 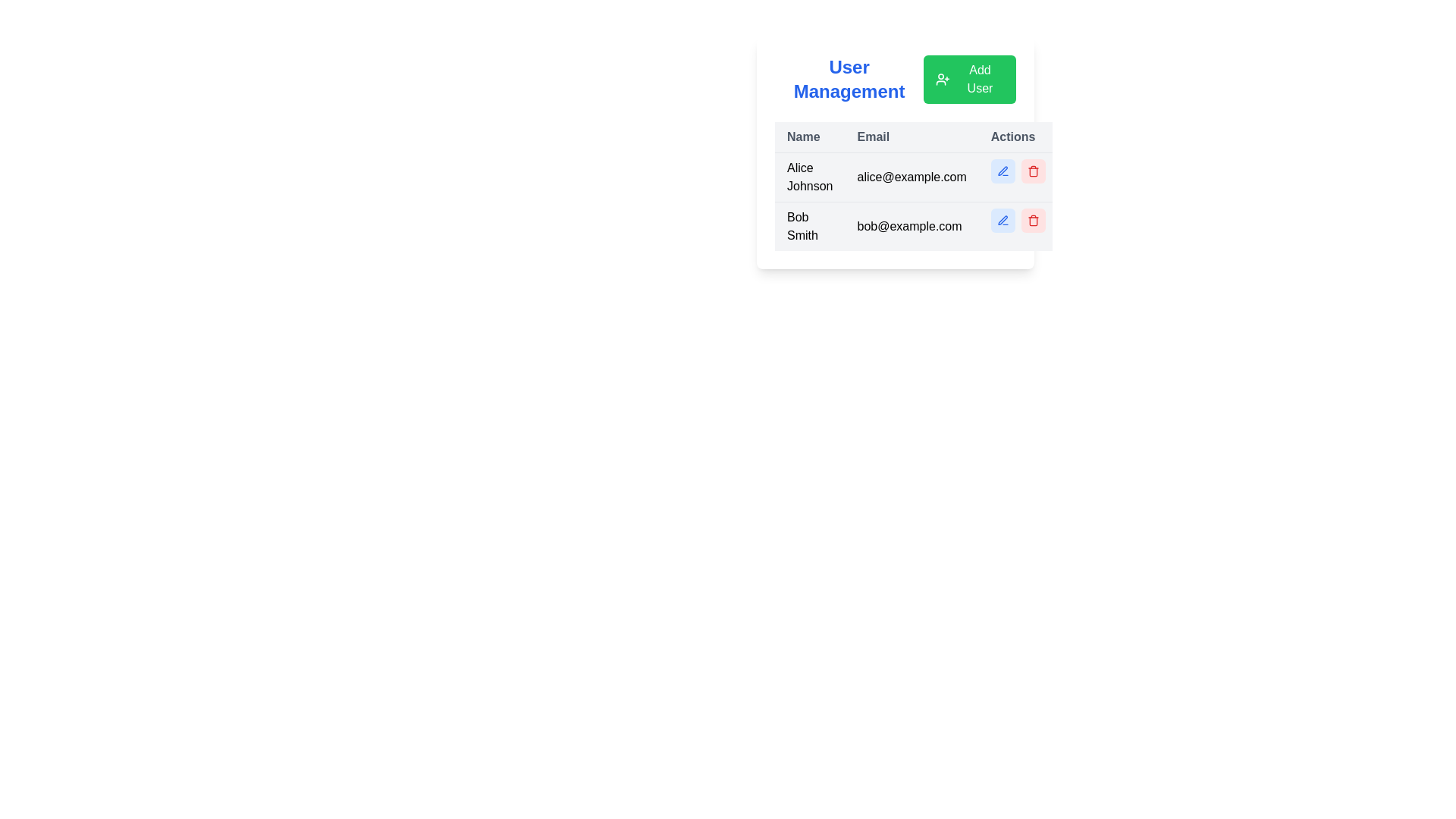 I want to click on the pen icon button in the 'Actions' column for the user 'Bob Smith', so click(x=1003, y=171).